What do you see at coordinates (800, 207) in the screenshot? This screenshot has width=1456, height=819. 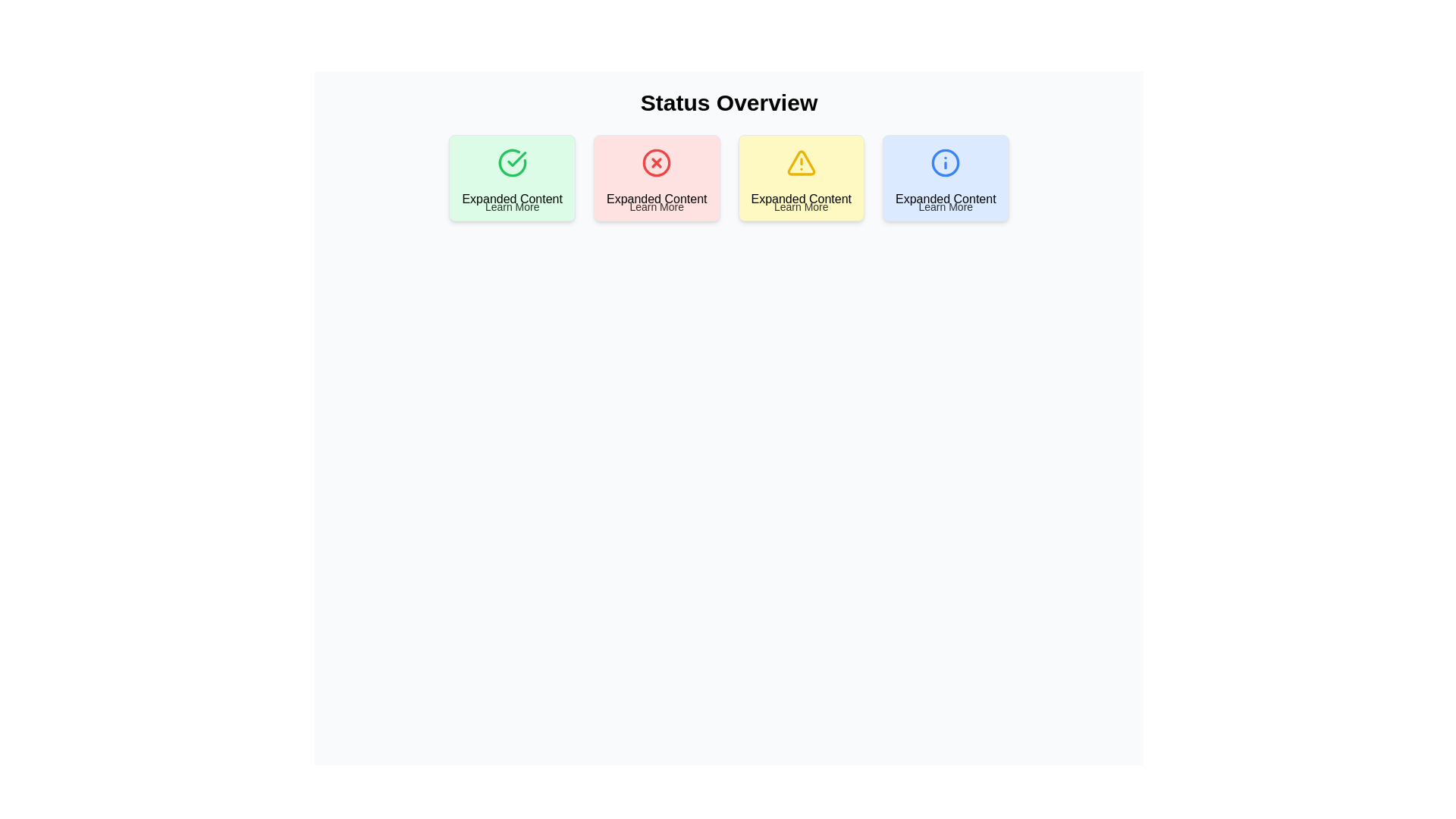 I see `the textual hyperlink reading 'Learn More'` at bounding box center [800, 207].